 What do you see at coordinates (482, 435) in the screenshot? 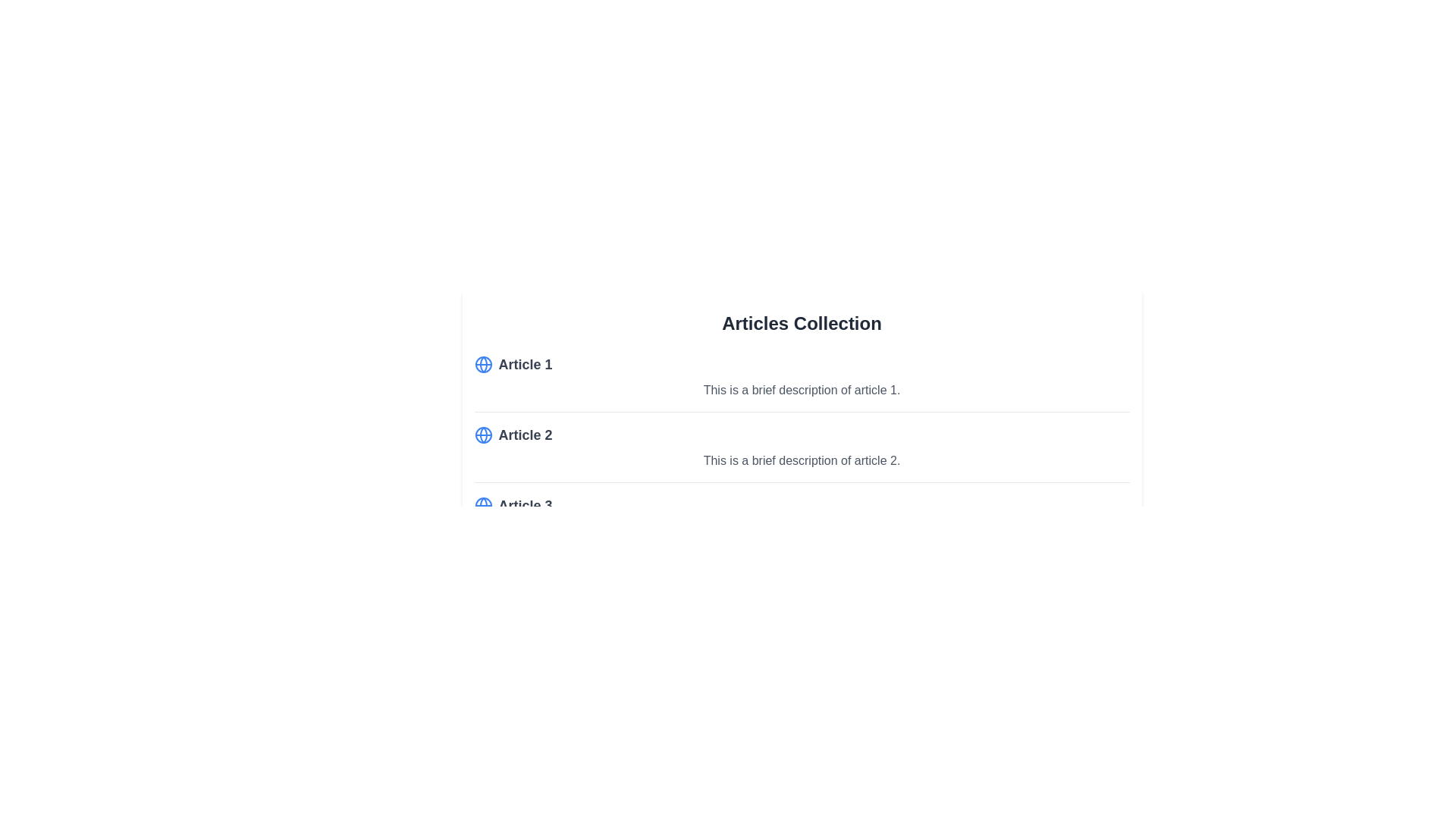
I see `the globe icon located to the left of 'Article 2', which represents global topics or internet-related content` at bounding box center [482, 435].